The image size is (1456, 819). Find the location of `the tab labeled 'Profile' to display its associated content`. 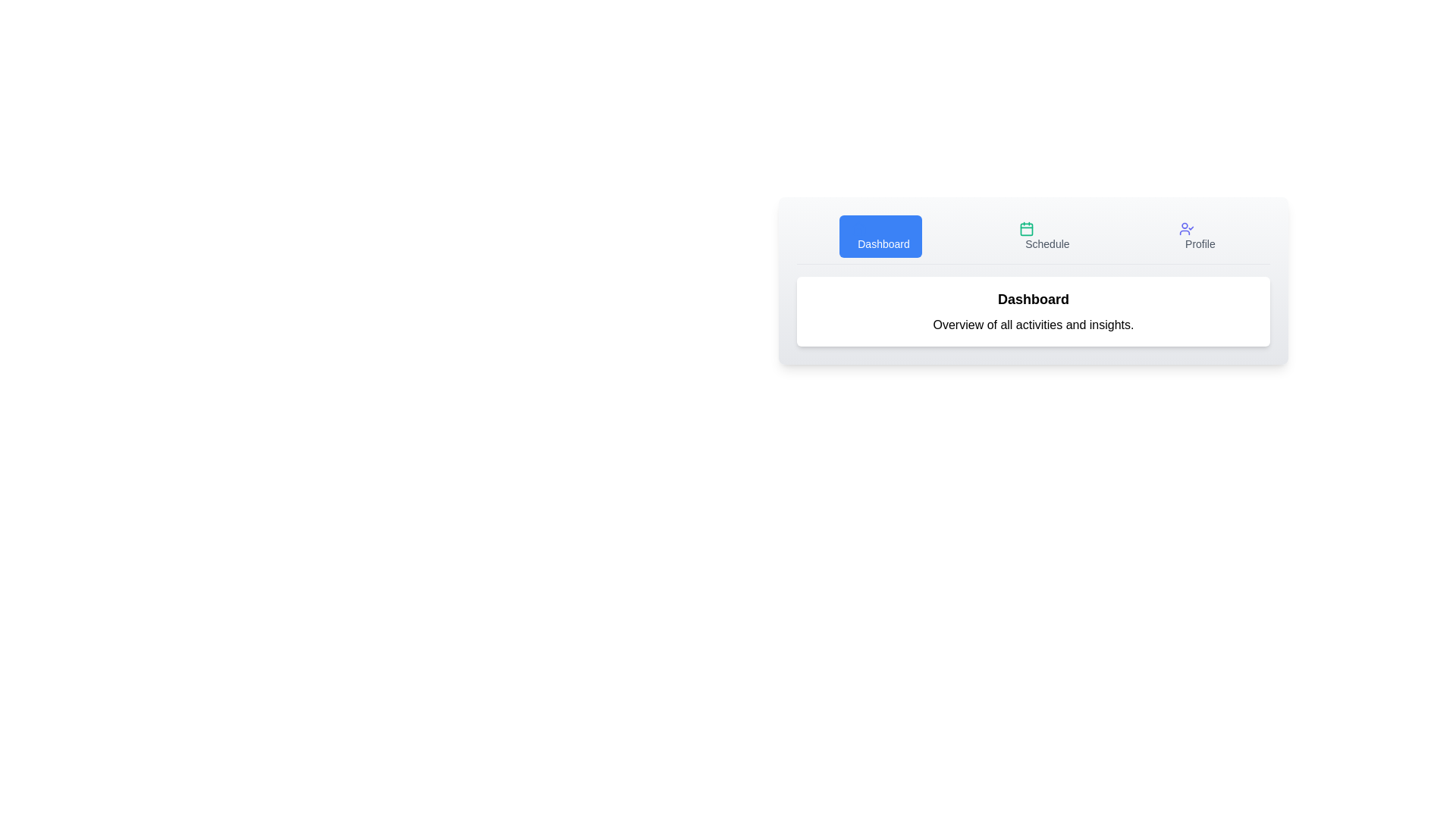

the tab labeled 'Profile' to display its associated content is located at coordinates (1196, 237).